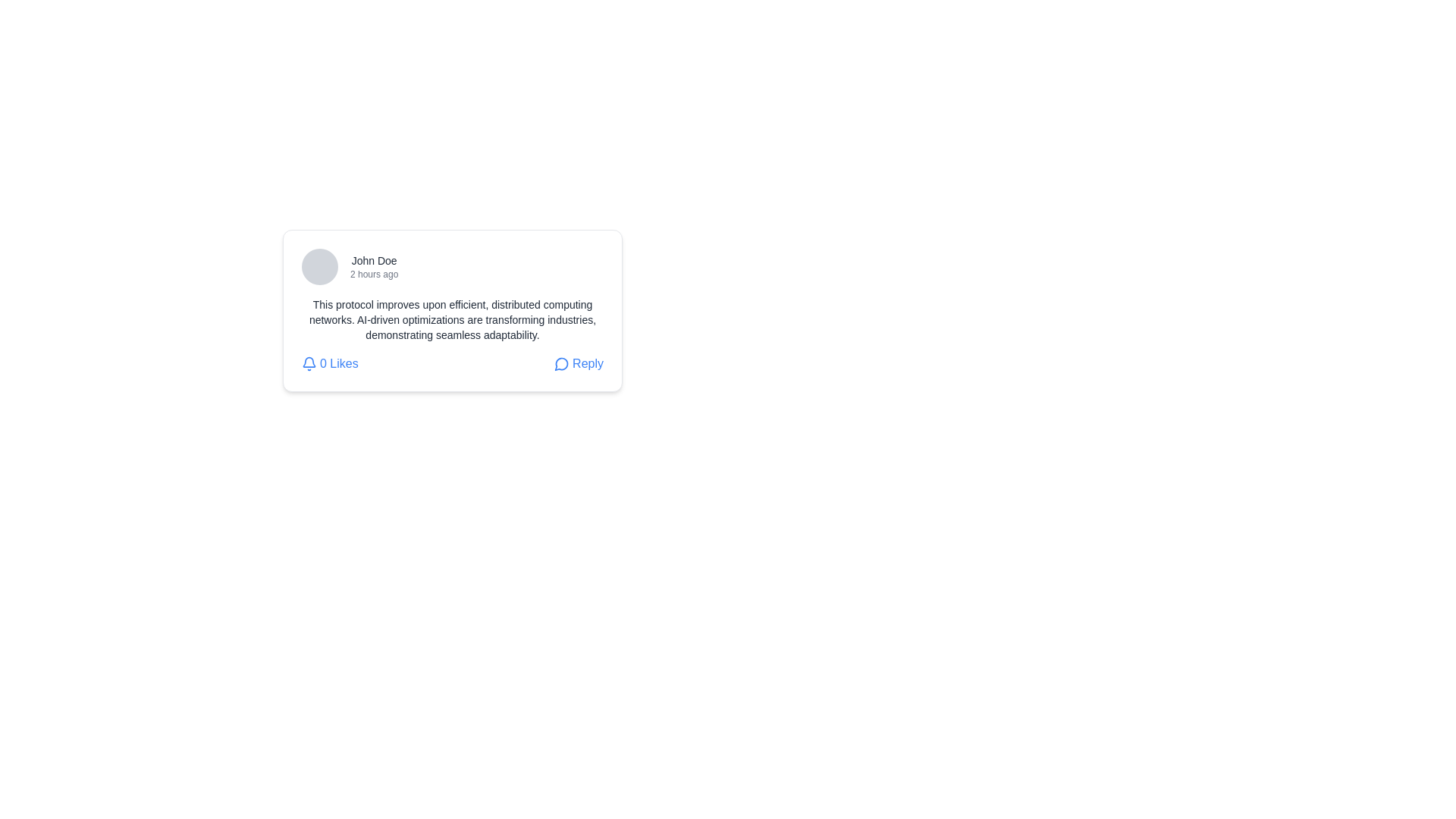 This screenshot has width=1456, height=819. What do you see at coordinates (374, 275) in the screenshot?
I see `the static text displaying the timestamp of the last update, located below 'John Doe' in the upper-left section of the card component` at bounding box center [374, 275].